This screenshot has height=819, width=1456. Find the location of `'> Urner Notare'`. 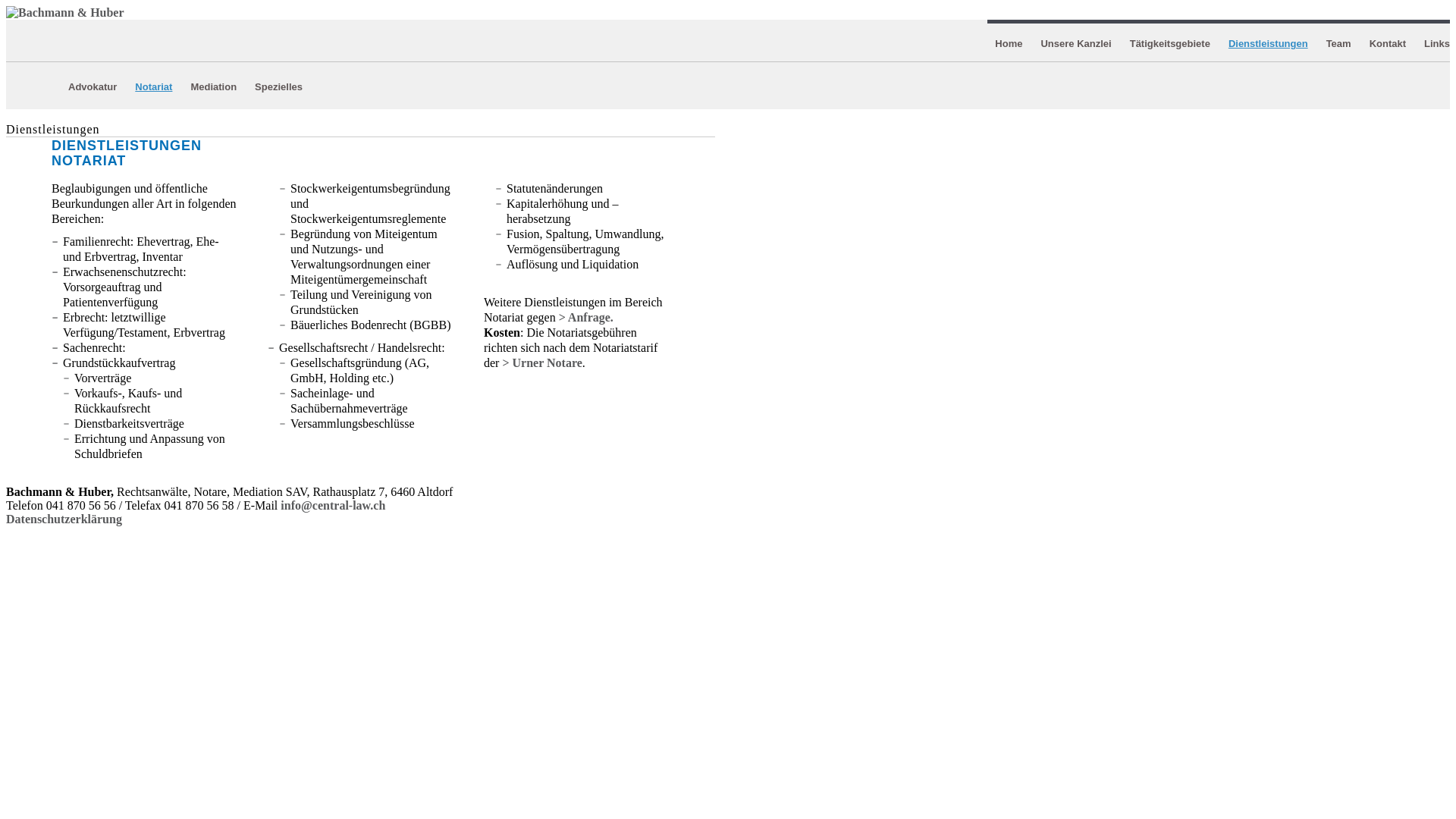

'> Urner Notare' is located at coordinates (541, 362).